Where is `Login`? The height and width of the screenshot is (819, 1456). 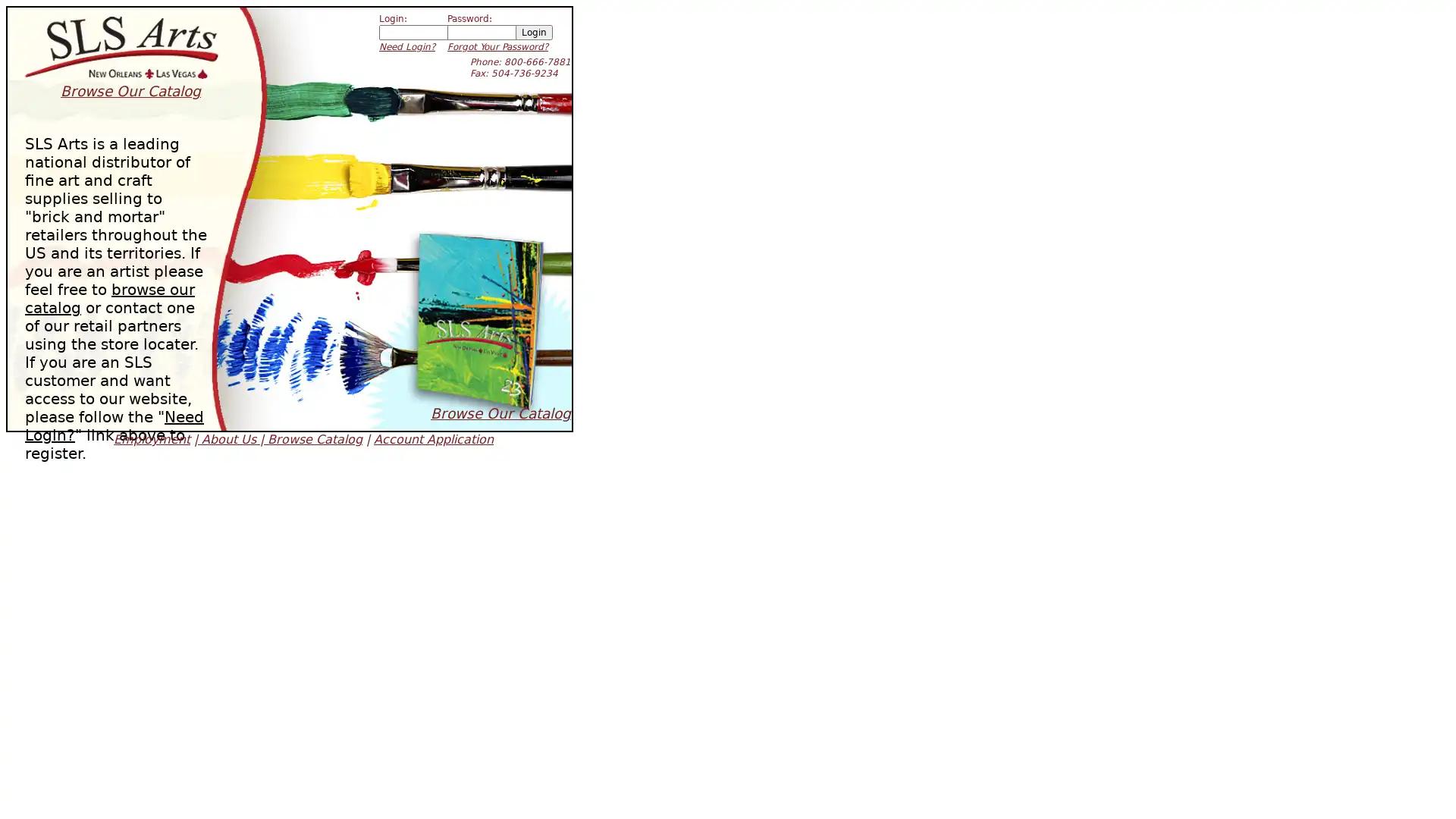 Login is located at coordinates (534, 32).